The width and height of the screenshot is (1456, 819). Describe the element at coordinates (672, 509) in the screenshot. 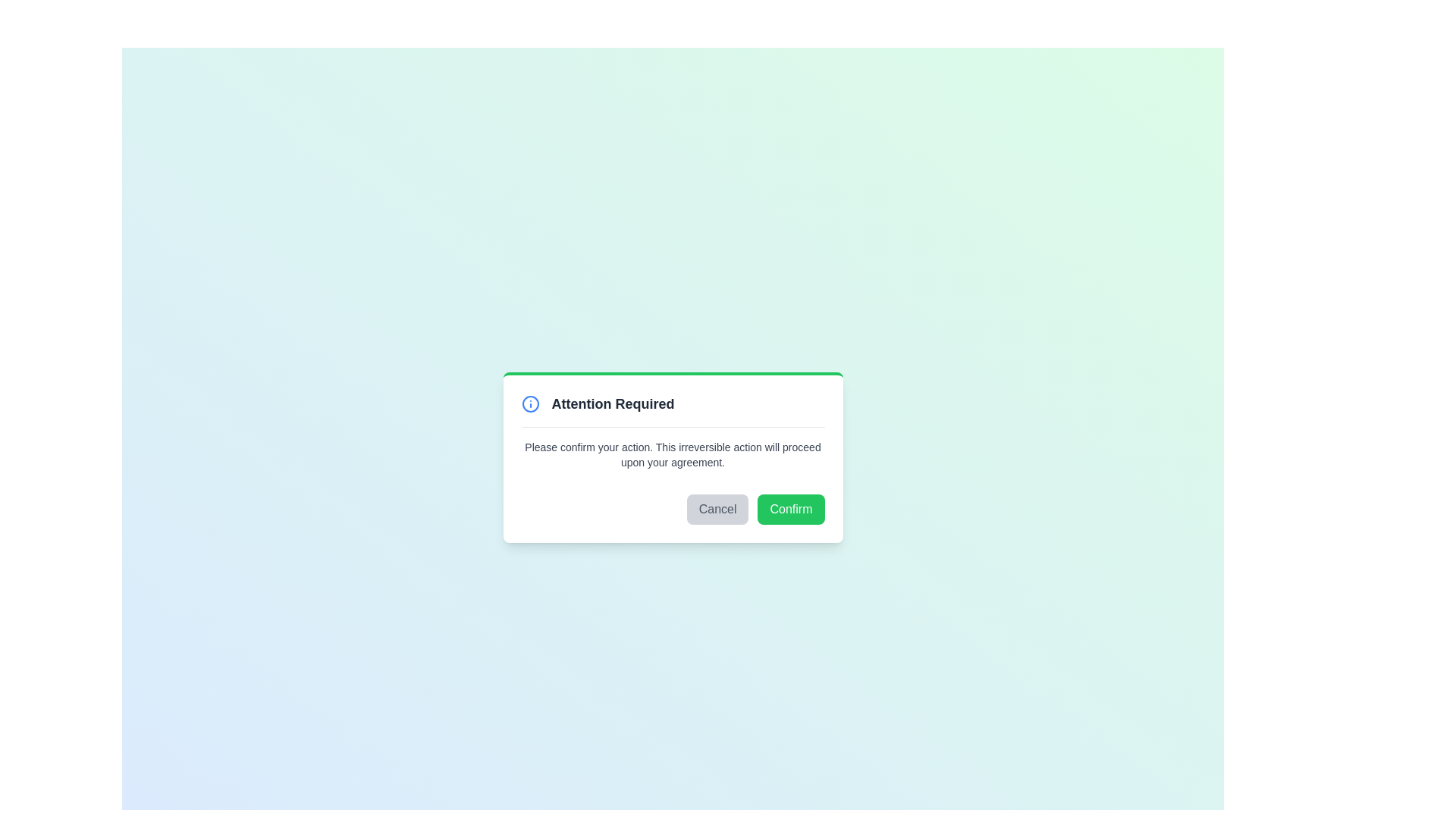

I see `the 'Cancel' or 'Confirm' button in the horizontal button group located at the bottom right of the modal dialog` at that location.